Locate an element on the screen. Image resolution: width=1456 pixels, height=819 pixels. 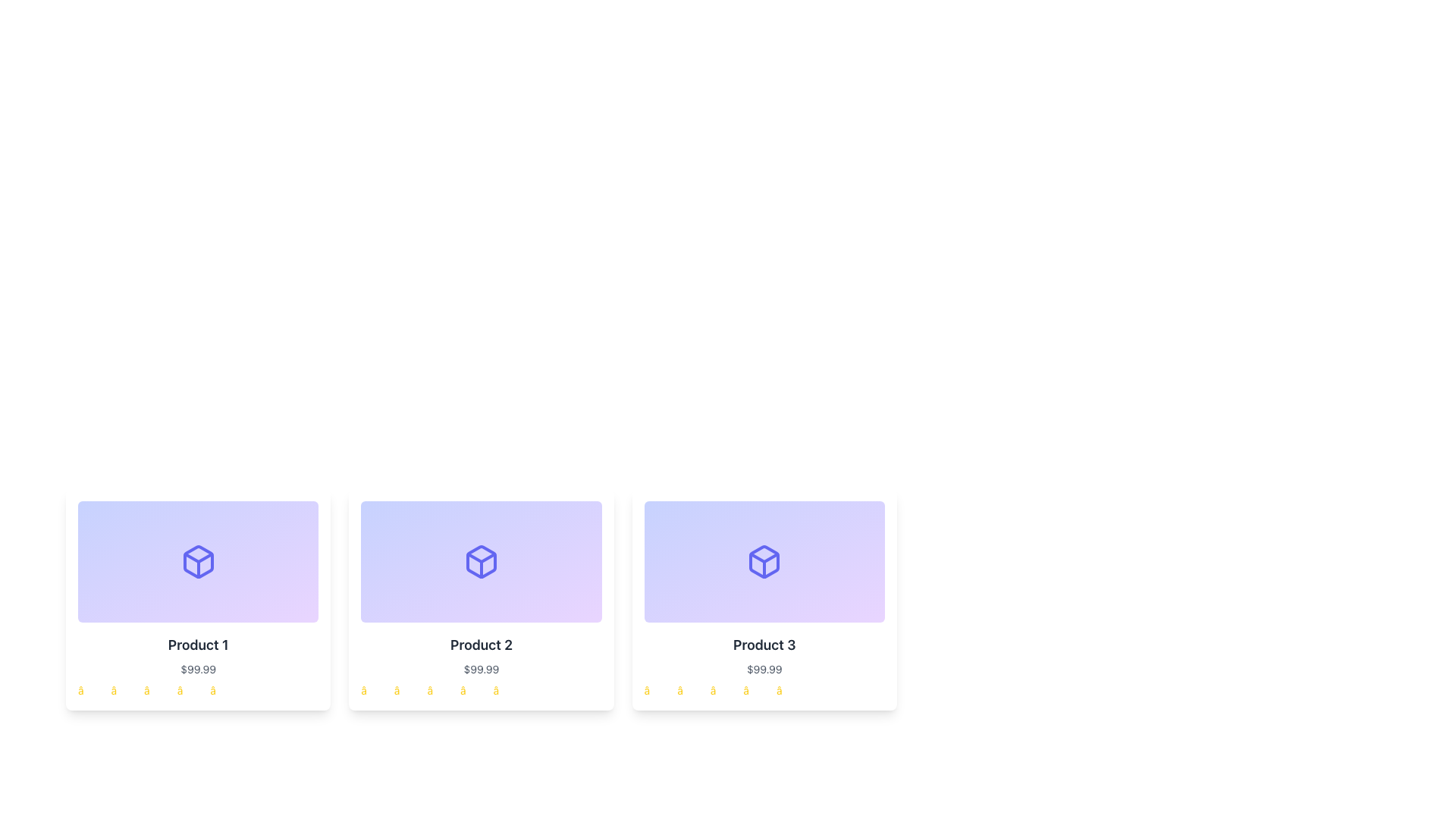
the Decorative card section with a blue box icon, which is the second card in a series of three horizontally aligned cards, positioned above the text elements 'Product 2' and '$99.99' is located at coordinates (480, 561).